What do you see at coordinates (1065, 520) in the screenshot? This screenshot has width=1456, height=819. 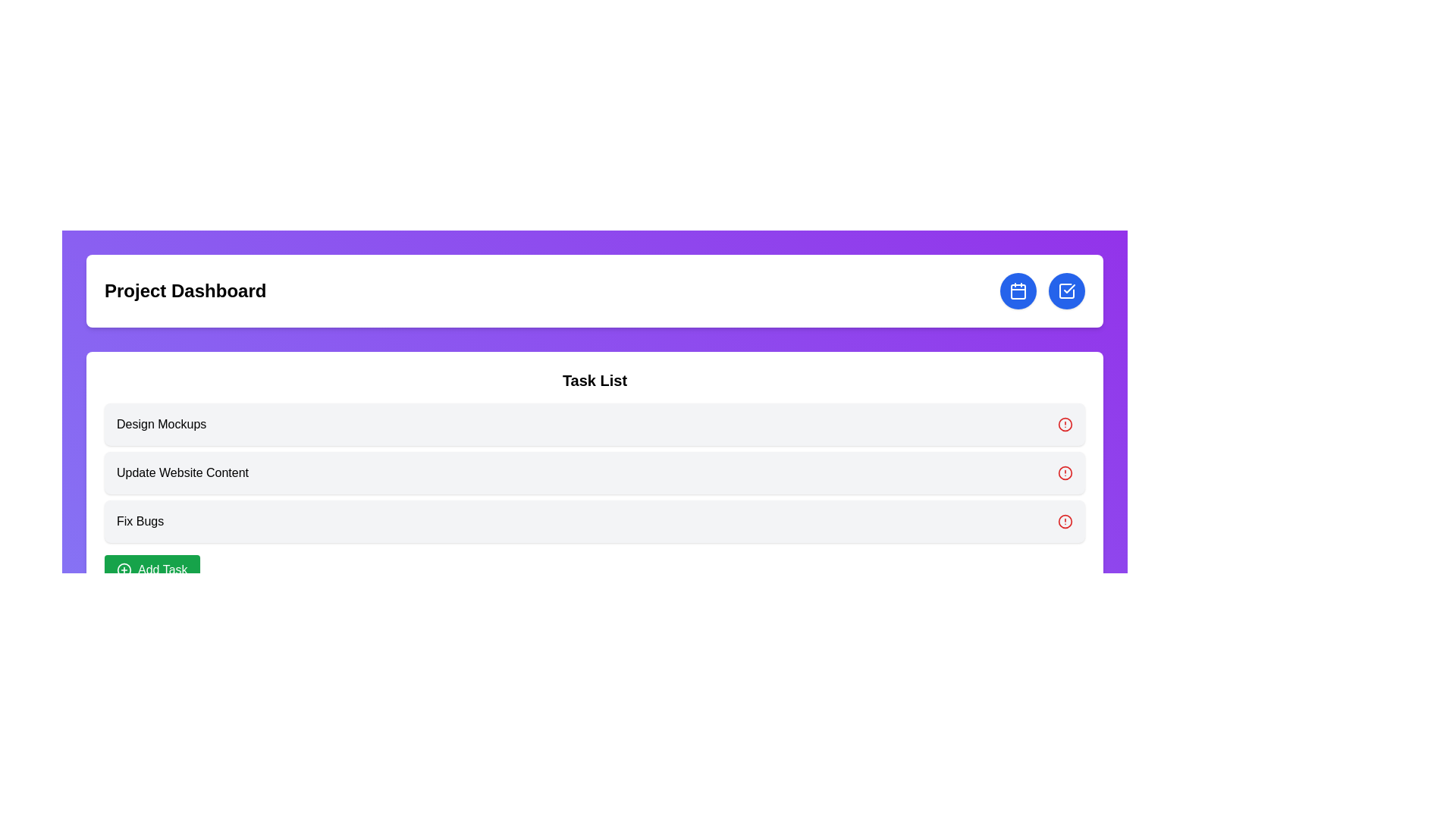 I see `the information alert icon located on the right-hand side of the 'Fix Bugs' task item` at bounding box center [1065, 520].